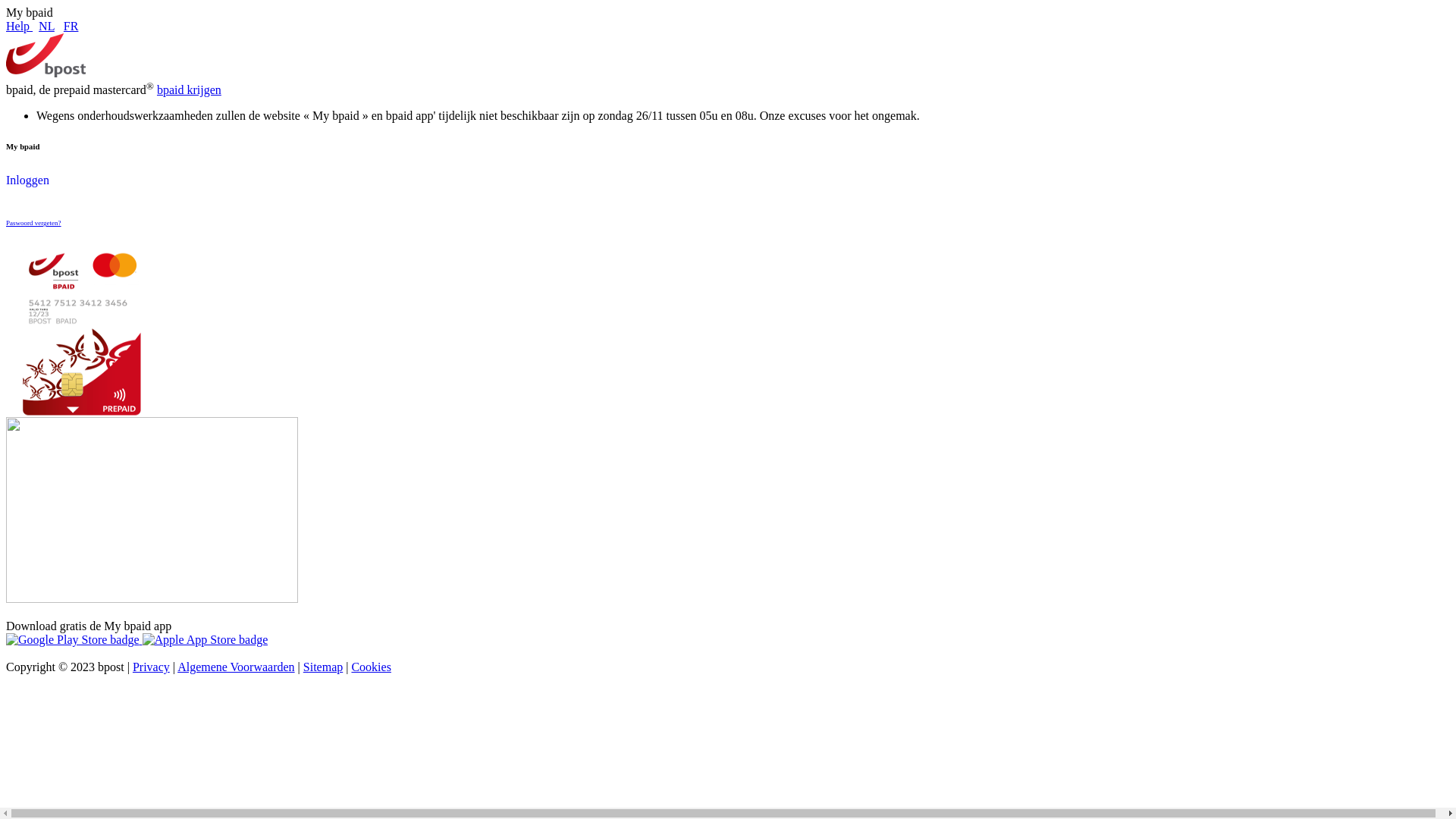  Describe the element at coordinates (235, 666) in the screenshot. I see `'Algemene Voorwaarden'` at that location.